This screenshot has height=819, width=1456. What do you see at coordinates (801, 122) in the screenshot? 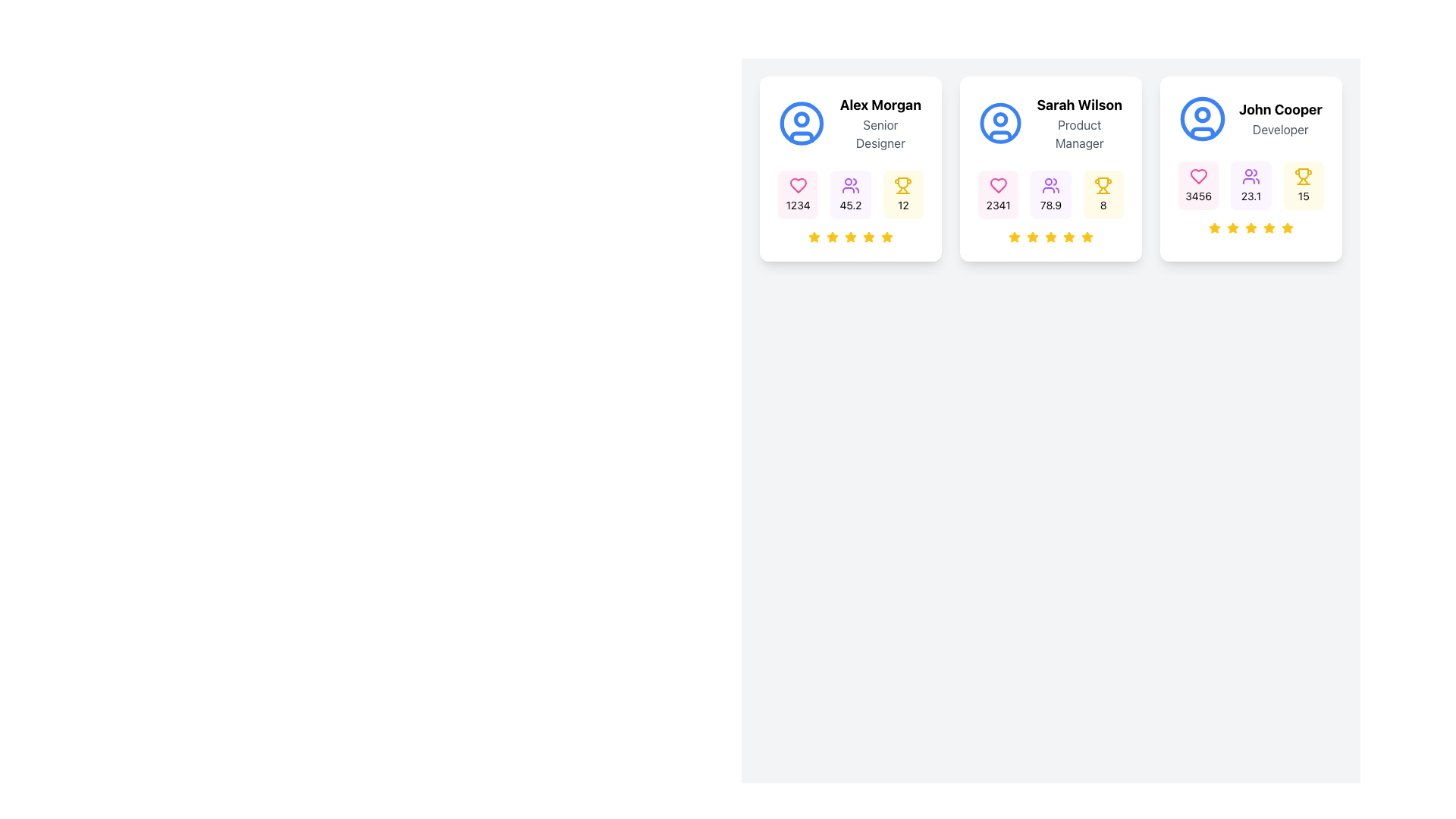
I see `the circular user silhouette icon to the left of 'Alex Morgan' and 'Senior Designer' text` at bounding box center [801, 122].